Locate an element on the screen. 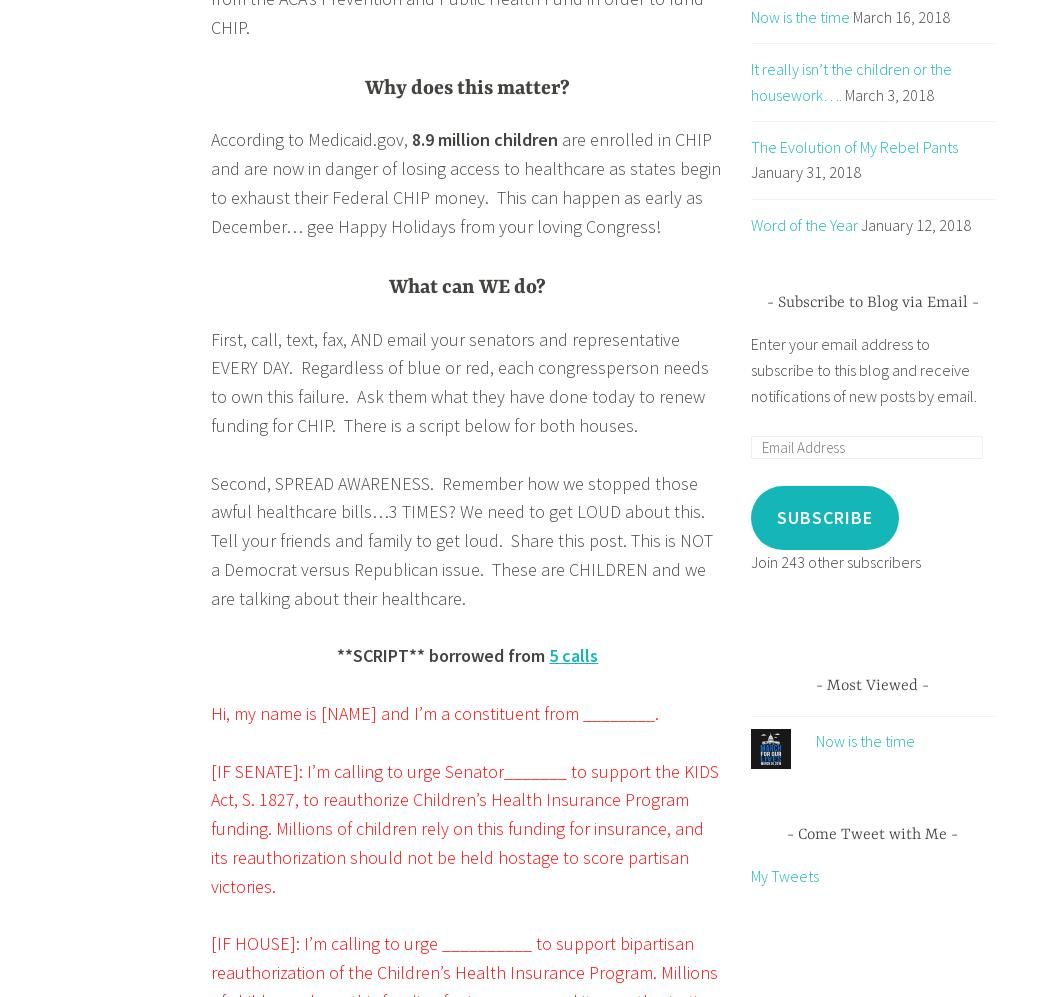  '5 calls' is located at coordinates (572, 655).